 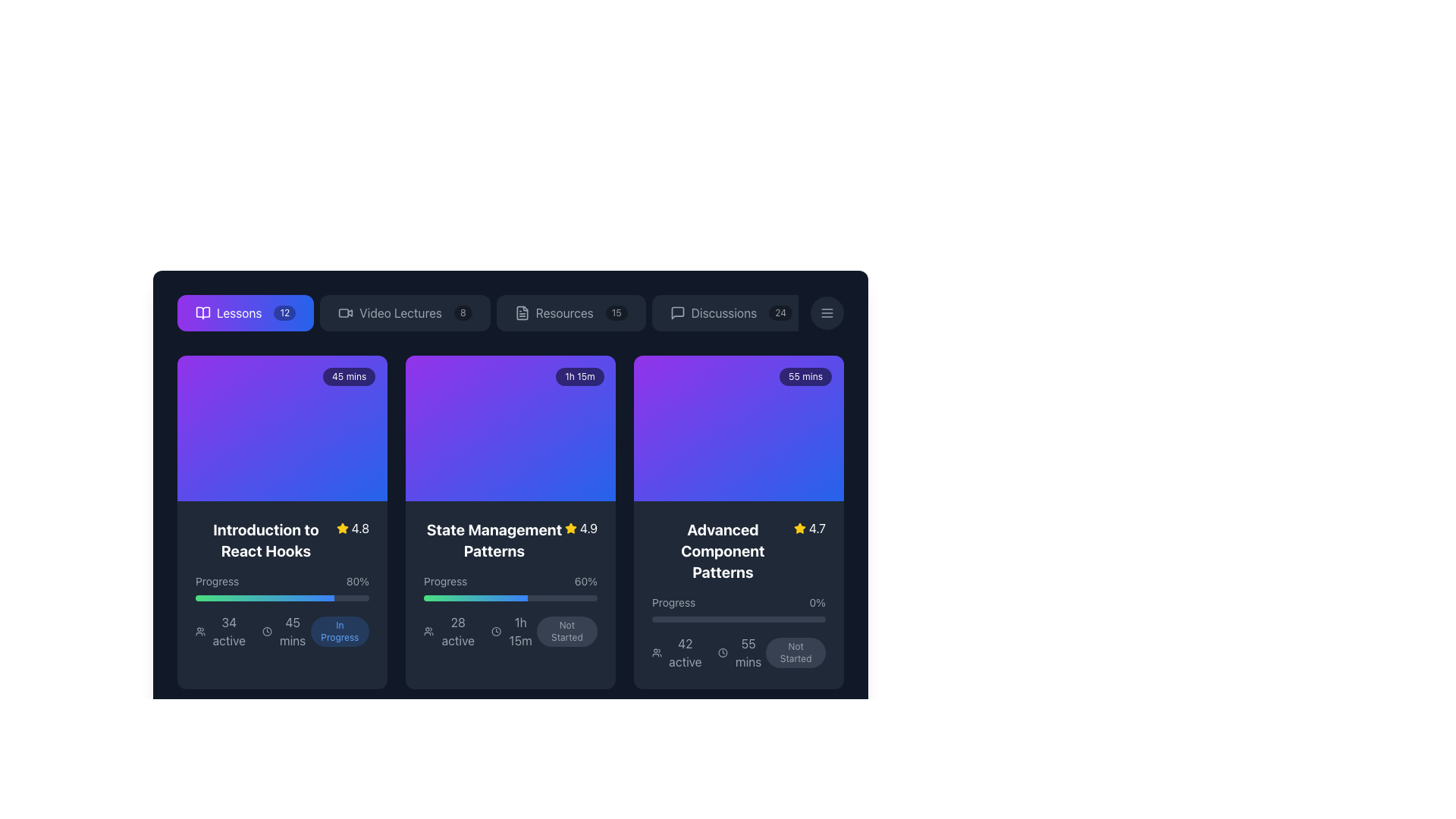 What do you see at coordinates (282, 584) in the screenshot?
I see `title and details of the Informational card section titled 'Introduction to React Hooks', which includes information about the topic, rating, progress, session duration, participant count, and current status 'In Progress'` at bounding box center [282, 584].